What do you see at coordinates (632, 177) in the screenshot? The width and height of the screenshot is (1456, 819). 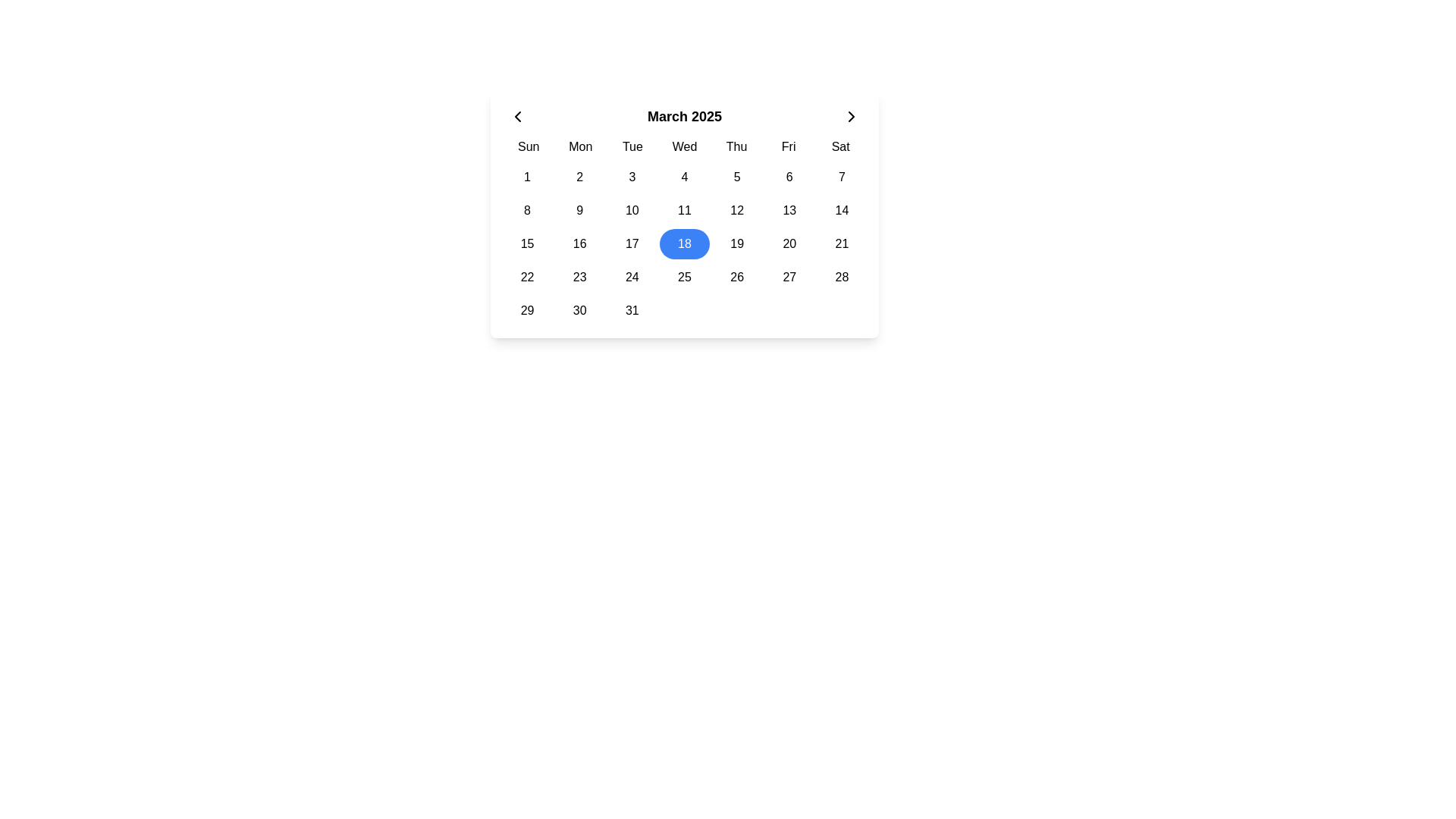 I see `the button for selecting the number '3' in the calendar interface, which is the third interactive item in the grid layout` at bounding box center [632, 177].